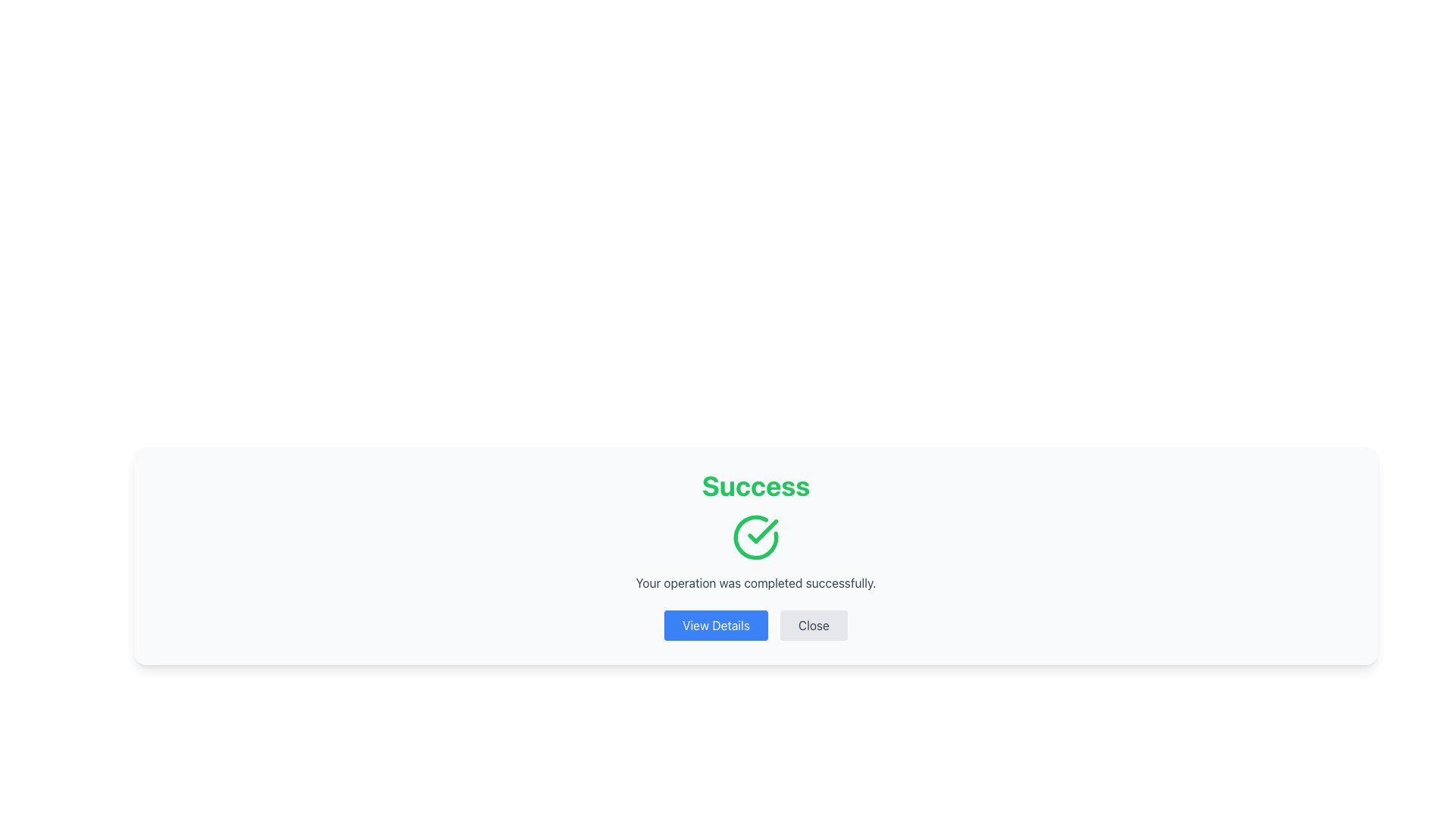 This screenshot has height=819, width=1456. I want to click on the green checkmark icon inside the circular outline, which serves as a confirmation indicator located near the top-middle of the interface, so click(763, 531).